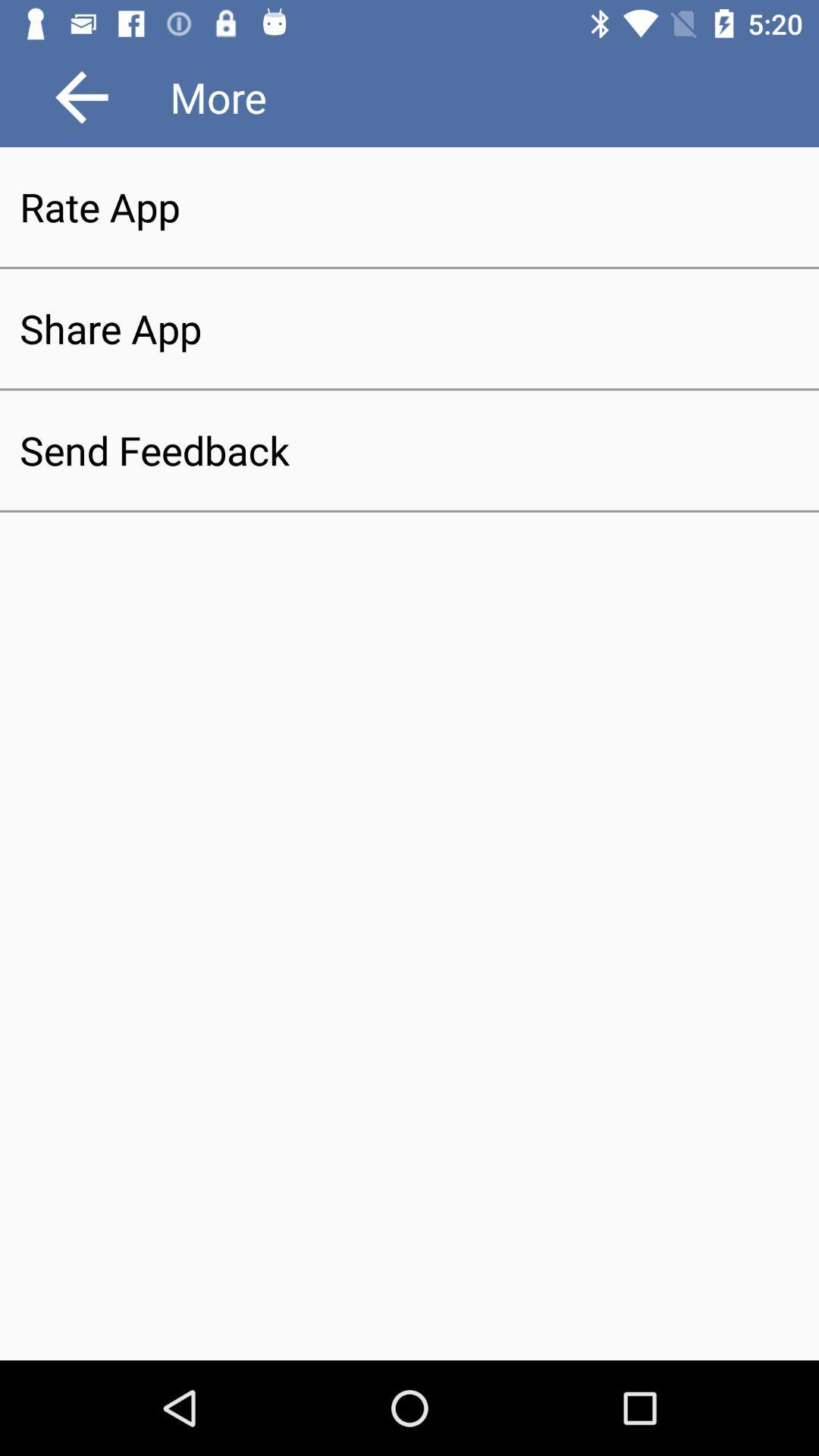 Image resolution: width=819 pixels, height=1456 pixels. What do you see at coordinates (82, 96) in the screenshot?
I see `icon to the left of more app` at bounding box center [82, 96].